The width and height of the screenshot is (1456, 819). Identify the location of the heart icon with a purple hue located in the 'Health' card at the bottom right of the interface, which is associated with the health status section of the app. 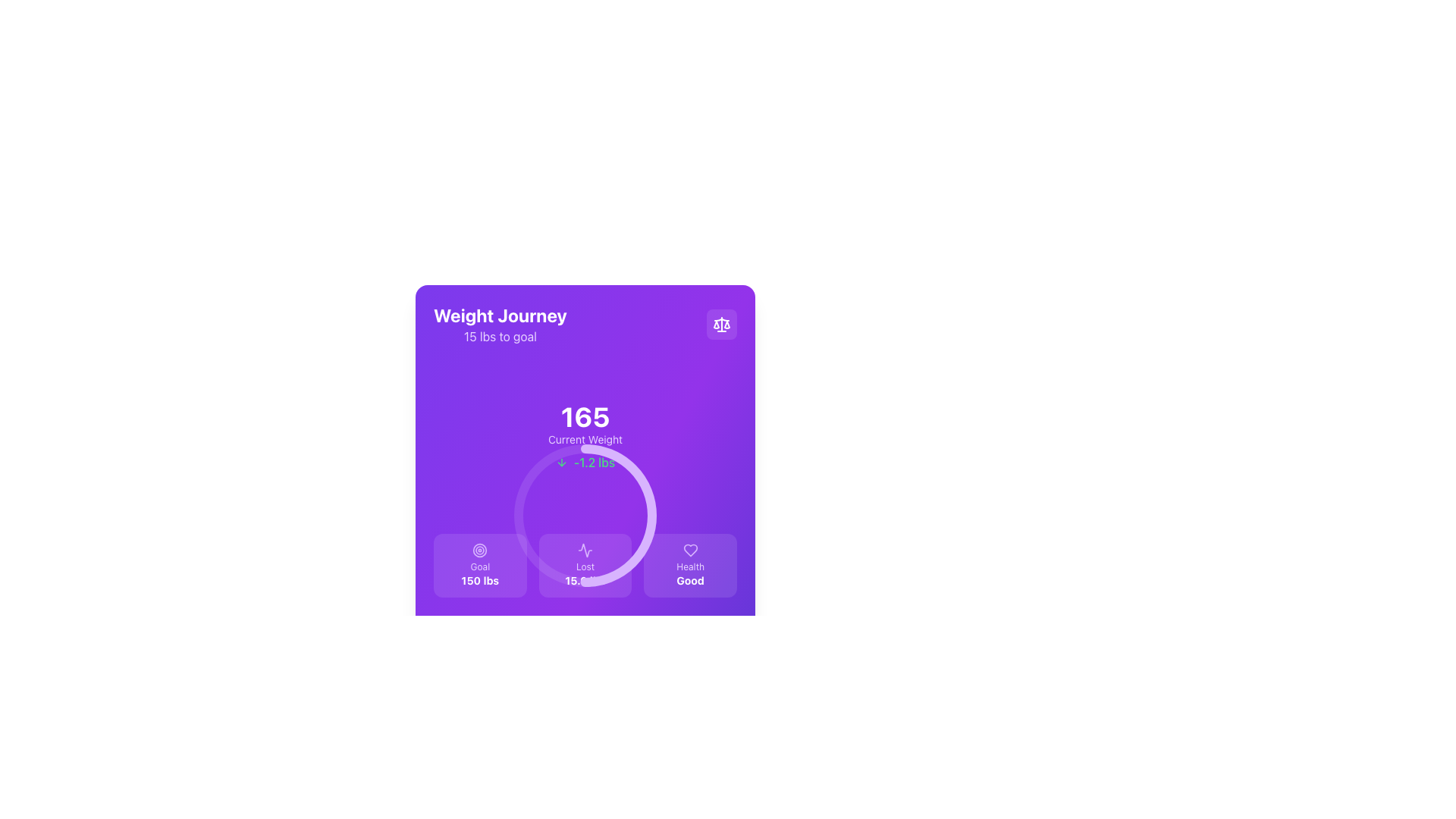
(689, 550).